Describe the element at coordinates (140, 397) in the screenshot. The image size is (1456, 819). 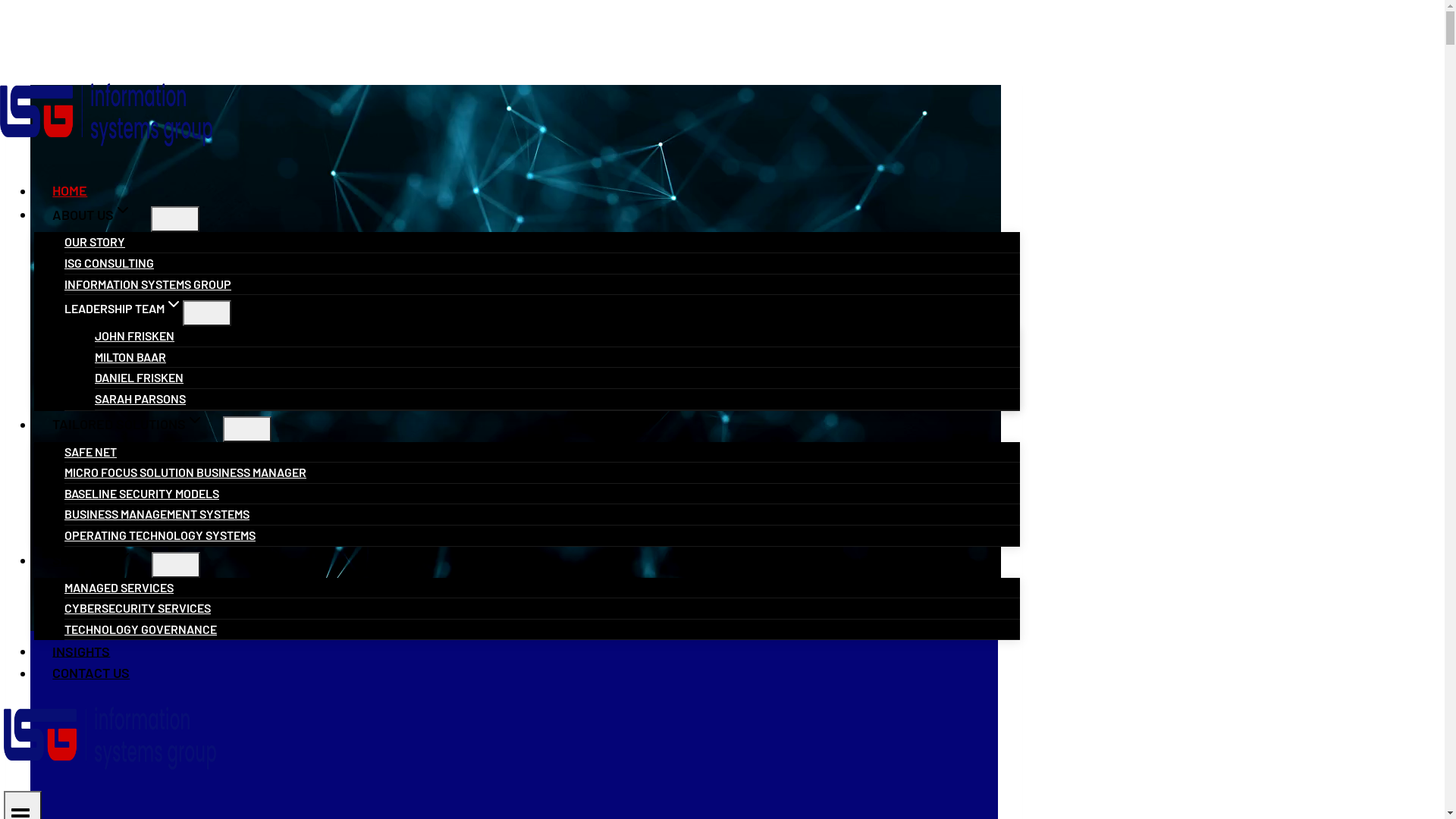
I see `'SARAH PARSONS'` at that location.